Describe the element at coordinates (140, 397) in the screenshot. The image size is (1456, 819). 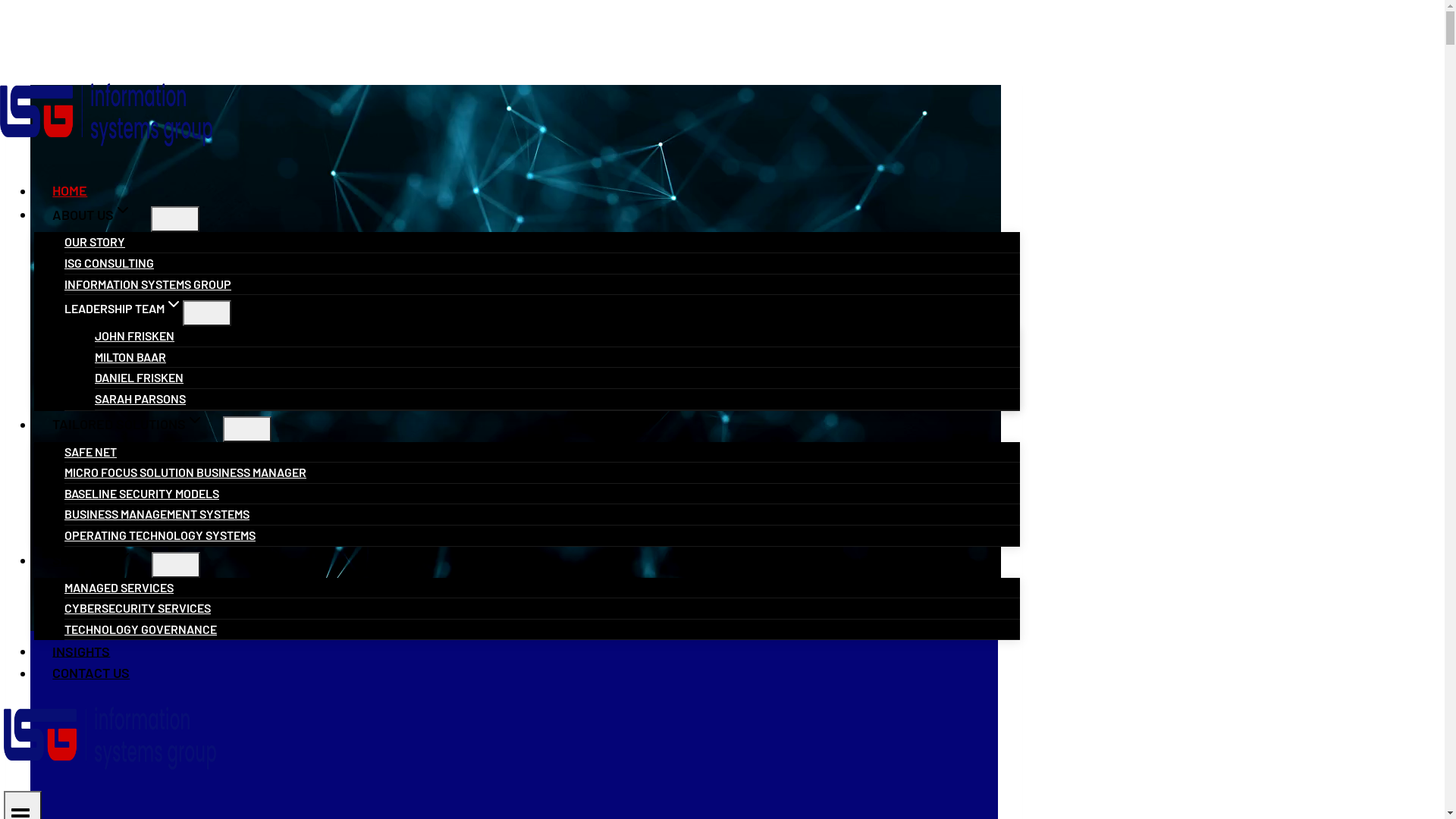
I see `'SARAH PARSONS'` at that location.